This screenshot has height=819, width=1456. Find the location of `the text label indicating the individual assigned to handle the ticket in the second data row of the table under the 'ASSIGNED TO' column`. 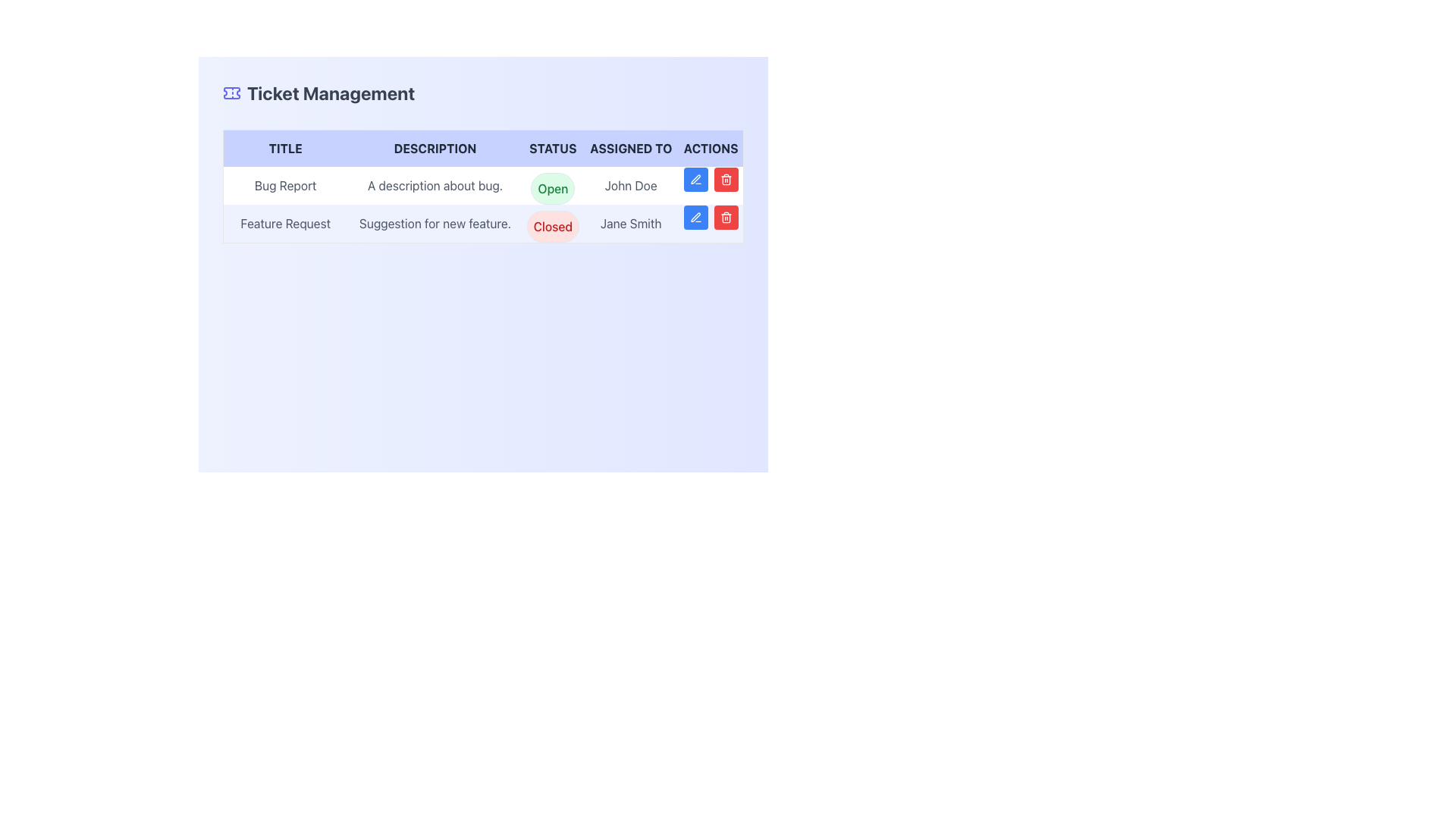

the text label indicating the individual assigned to handle the ticket in the second data row of the table under the 'ASSIGNED TO' column is located at coordinates (631, 223).